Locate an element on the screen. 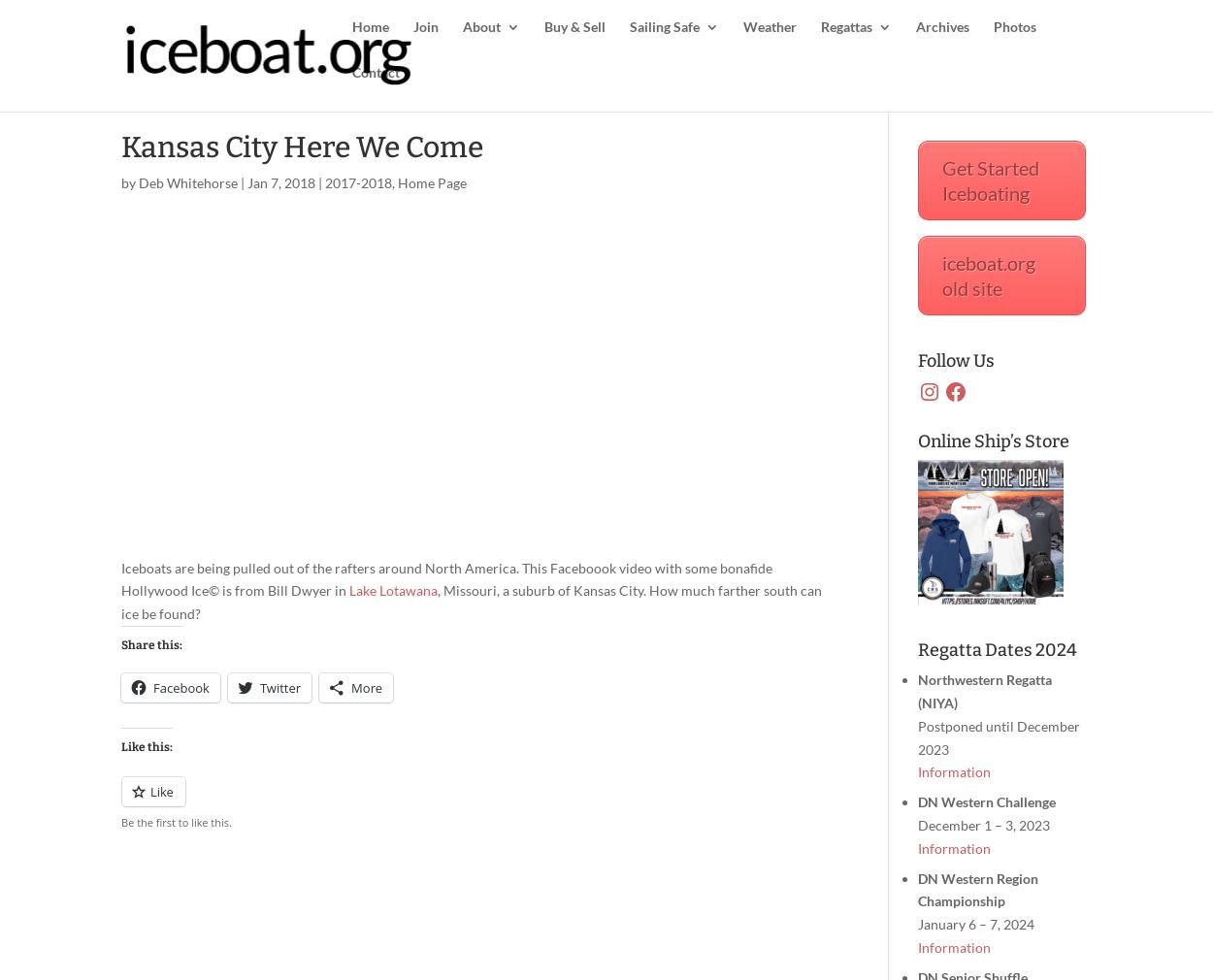  'Jan 7, 2018' is located at coordinates (281, 181).